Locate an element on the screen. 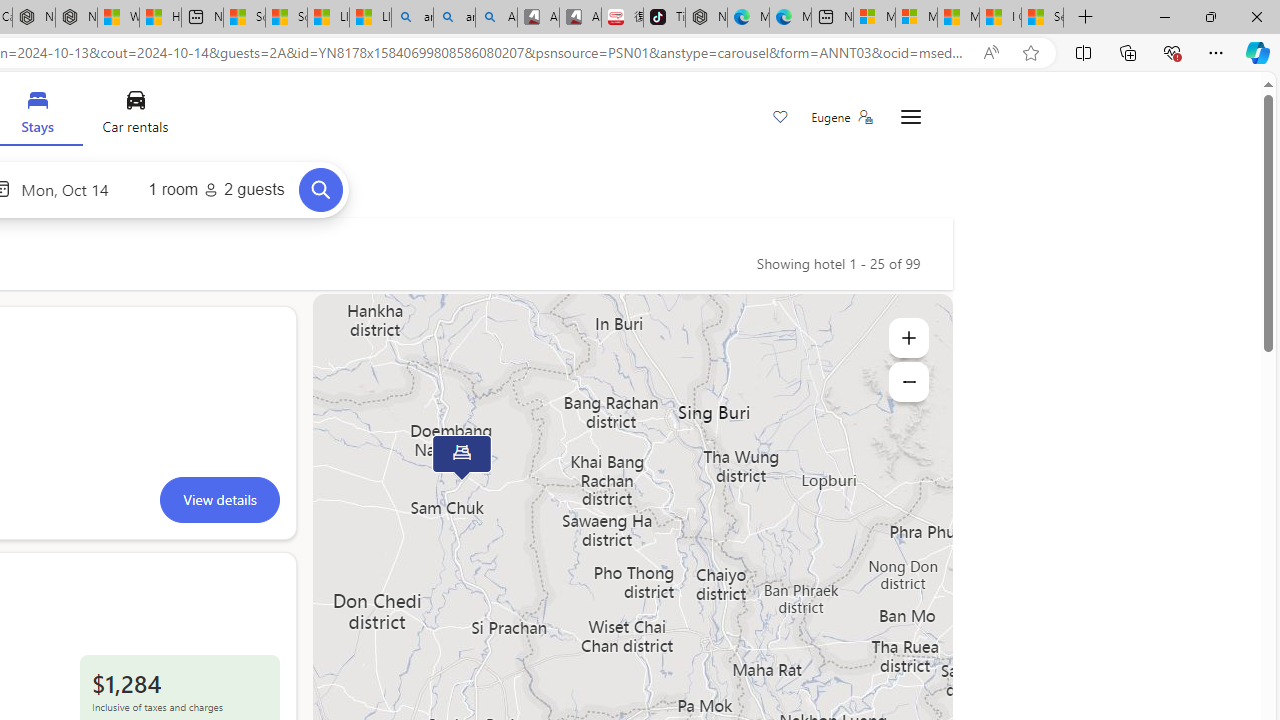 The height and width of the screenshot is (720, 1280). 'amazon - Search Images' is located at coordinates (453, 17).